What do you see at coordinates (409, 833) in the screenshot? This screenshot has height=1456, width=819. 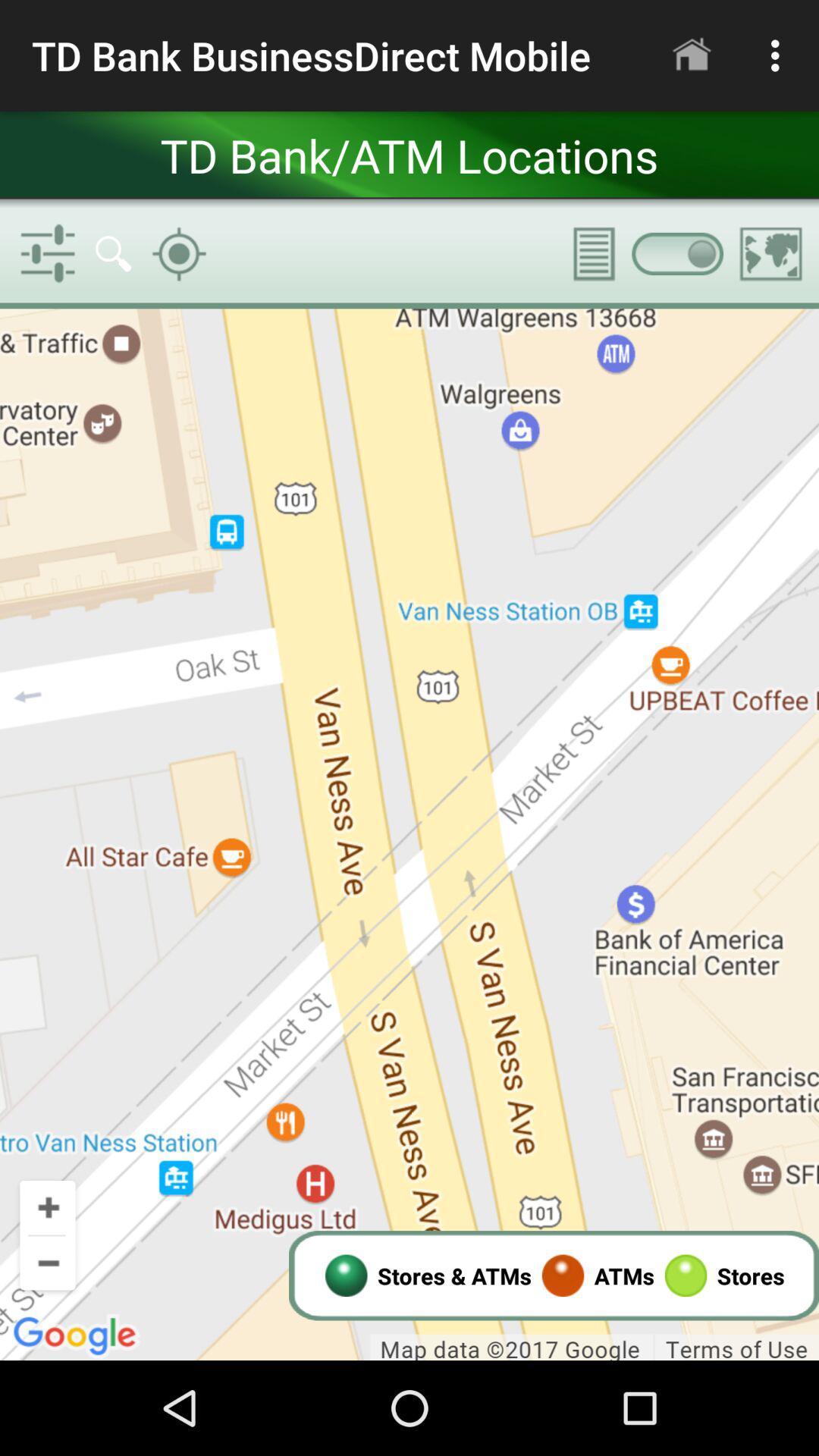 I see `move map` at bounding box center [409, 833].